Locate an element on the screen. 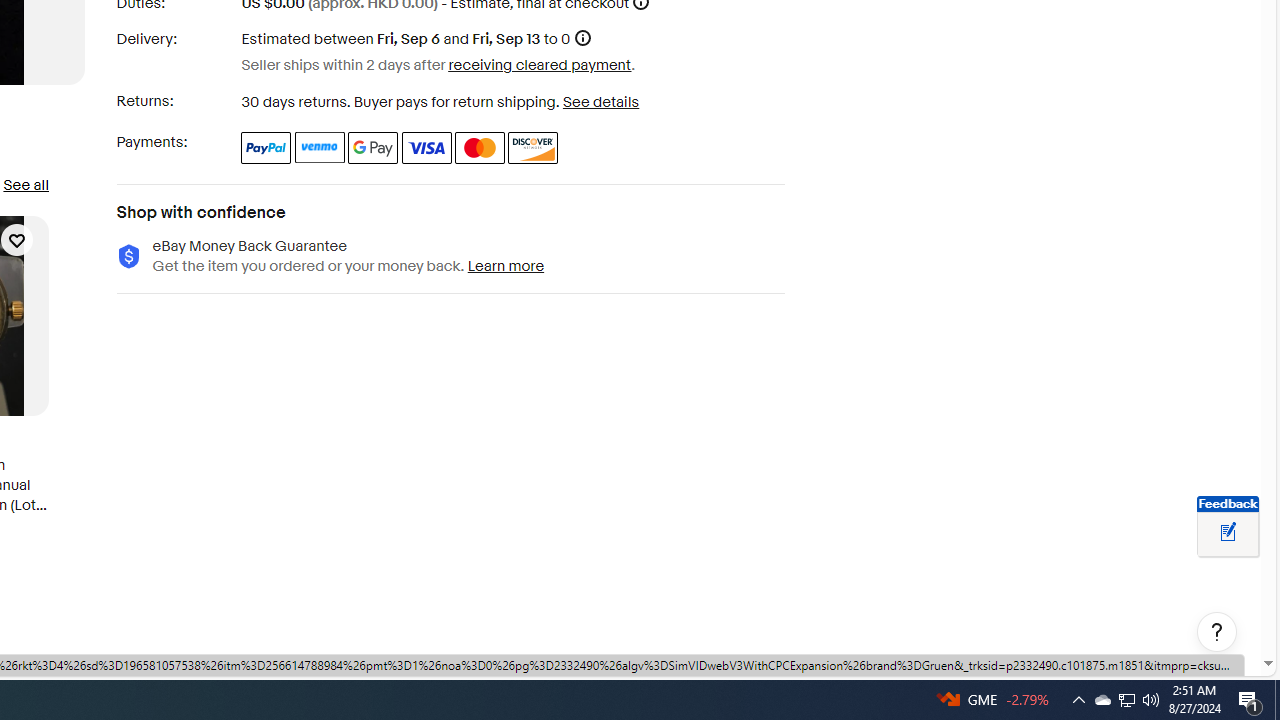 The width and height of the screenshot is (1280, 720). 'receiving cleared payment' is located at coordinates (540, 63).